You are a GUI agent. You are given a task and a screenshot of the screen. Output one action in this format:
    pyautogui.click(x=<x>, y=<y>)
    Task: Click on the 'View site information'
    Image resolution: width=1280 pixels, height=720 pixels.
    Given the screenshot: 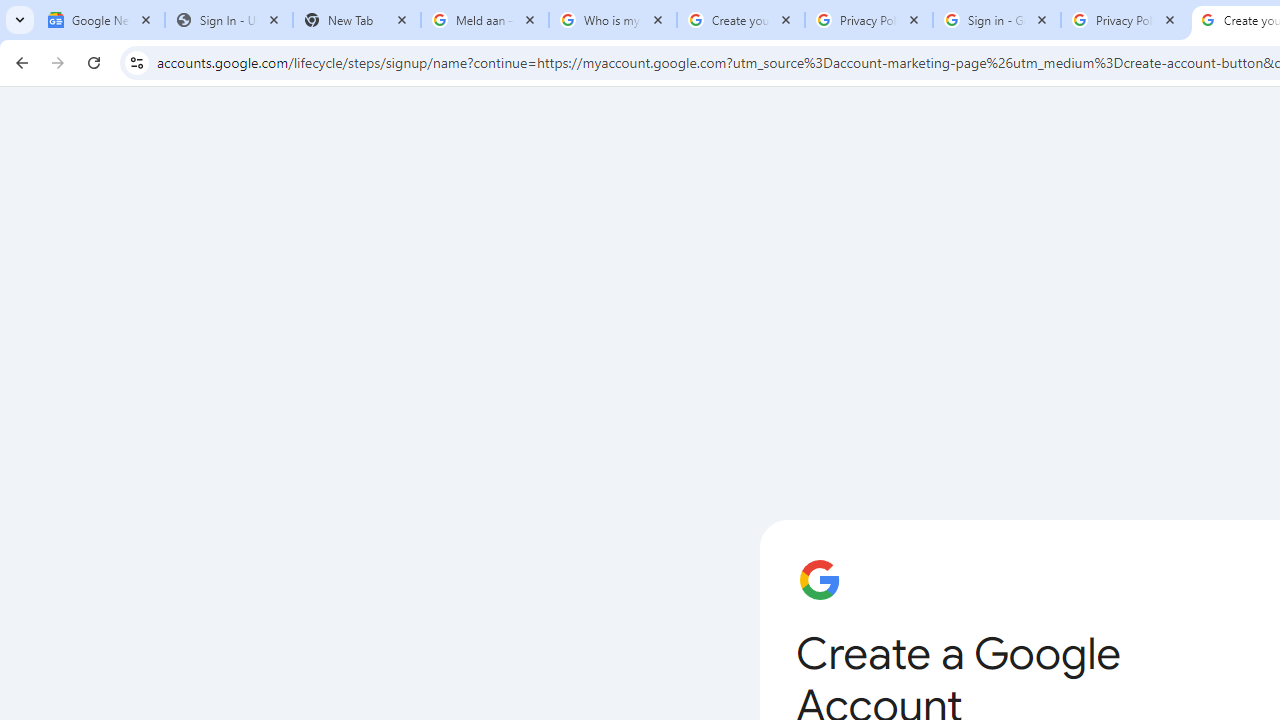 What is the action you would take?
    pyautogui.click(x=135, y=61)
    